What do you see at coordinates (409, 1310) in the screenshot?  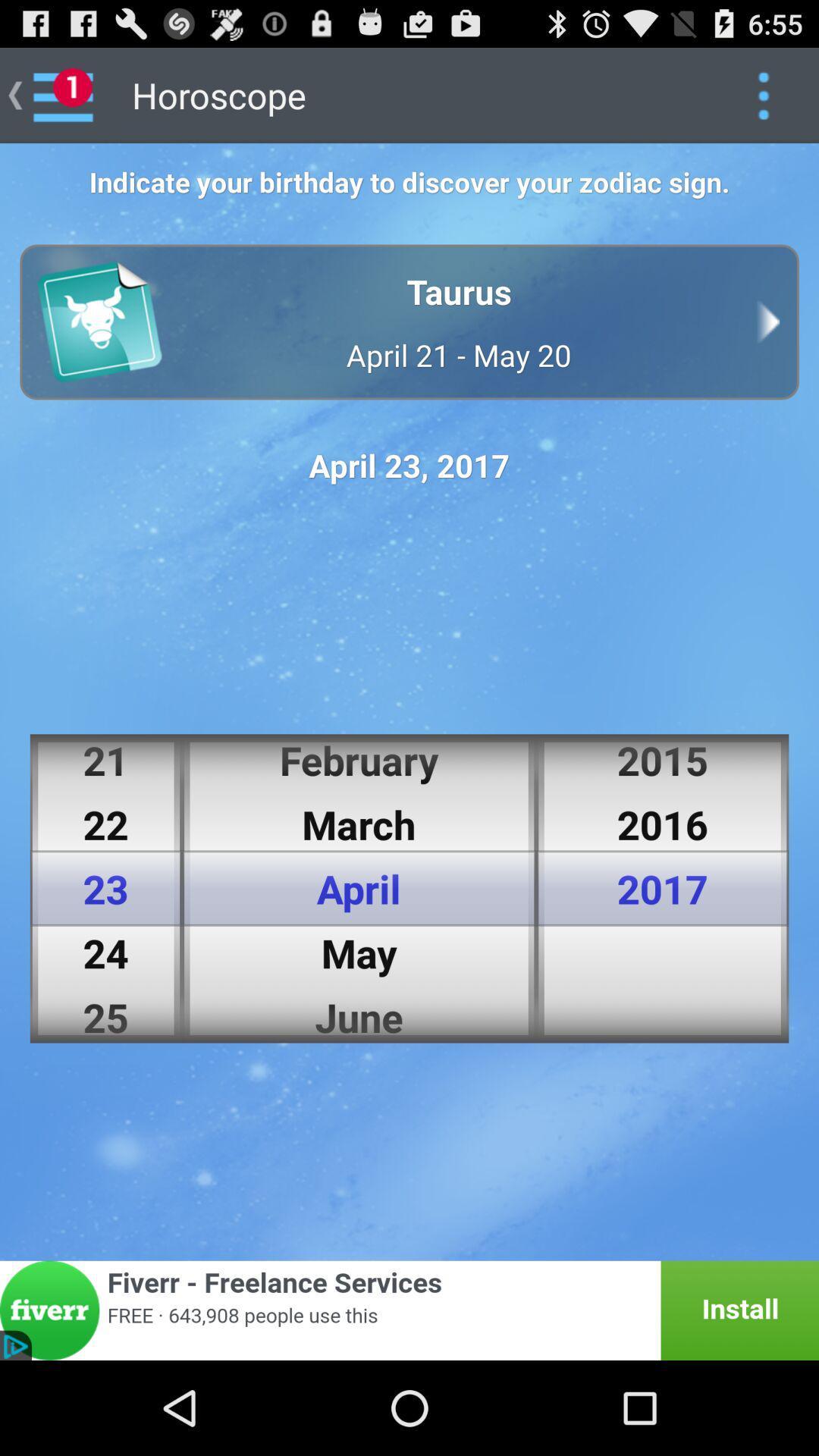 I see `the icon at the bottom` at bounding box center [409, 1310].